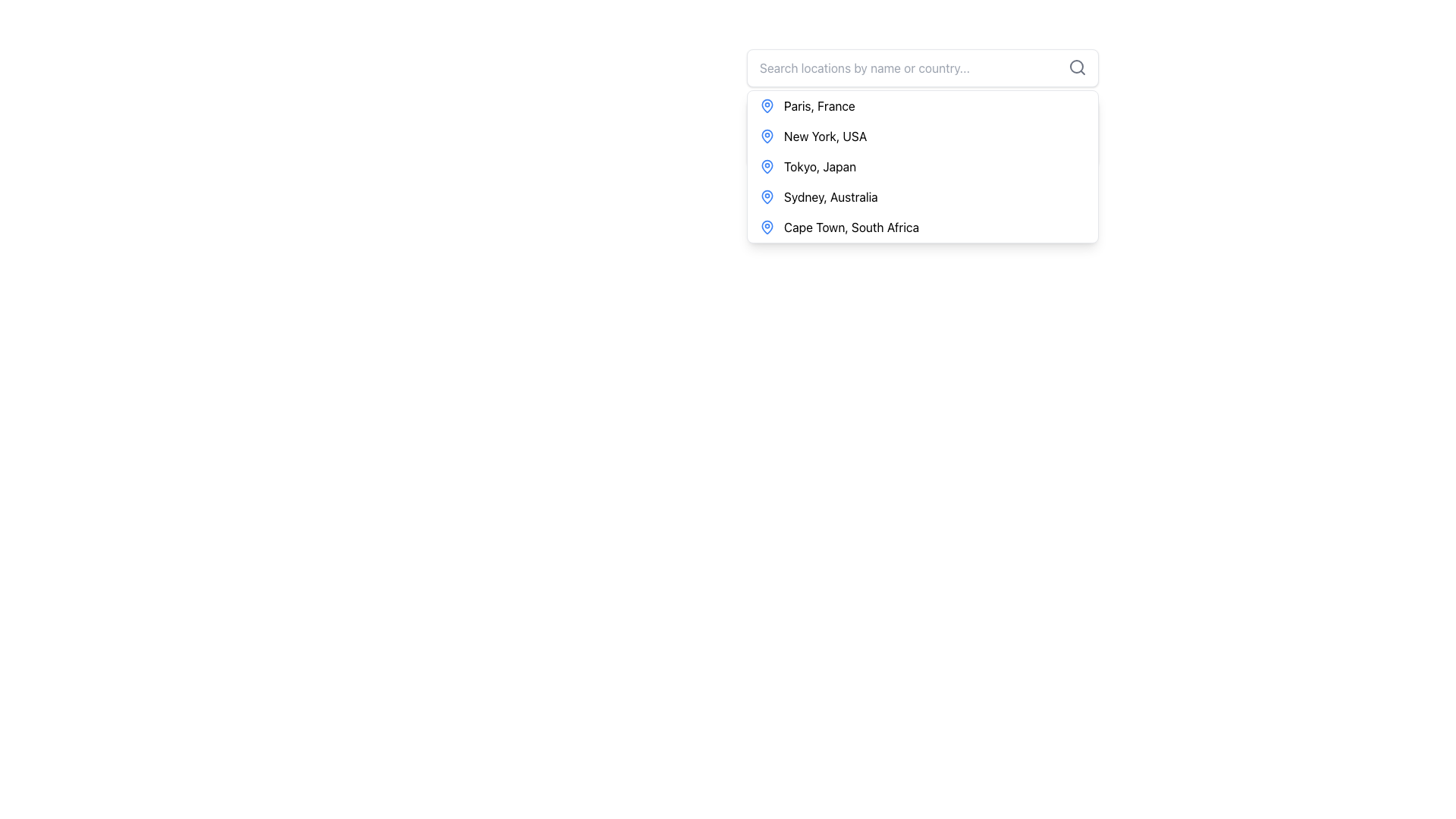 The image size is (1456, 819). What do you see at coordinates (819, 166) in the screenshot?
I see `the text element 'Tokyo, Japan' within the interactive dropdown menu` at bounding box center [819, 166].